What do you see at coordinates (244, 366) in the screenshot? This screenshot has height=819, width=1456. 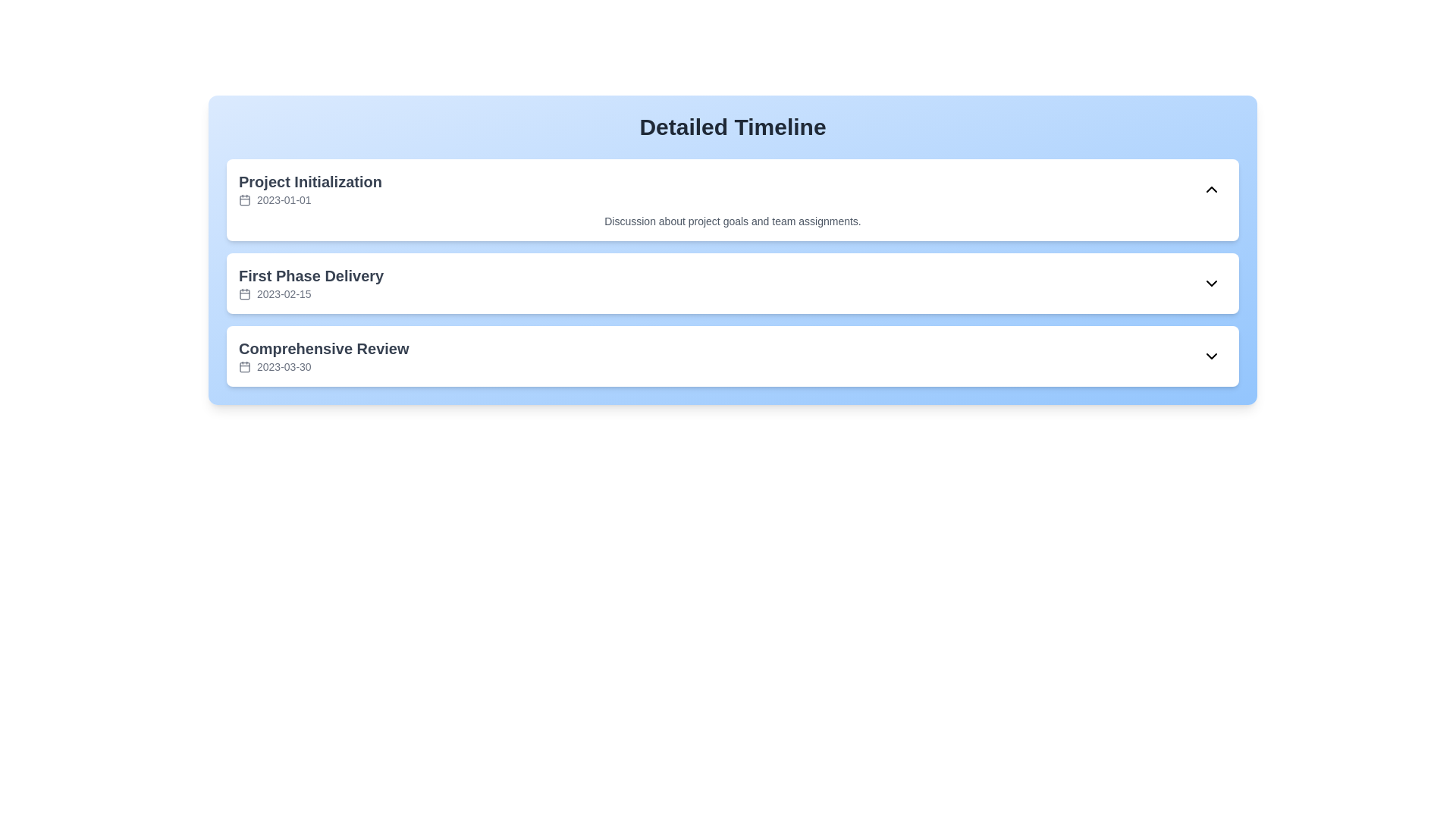 I see `the calendar icon by clicking on the graphical icon component located to the left of the 'Comprehensive Review' text` at bounding box center [244, 366].